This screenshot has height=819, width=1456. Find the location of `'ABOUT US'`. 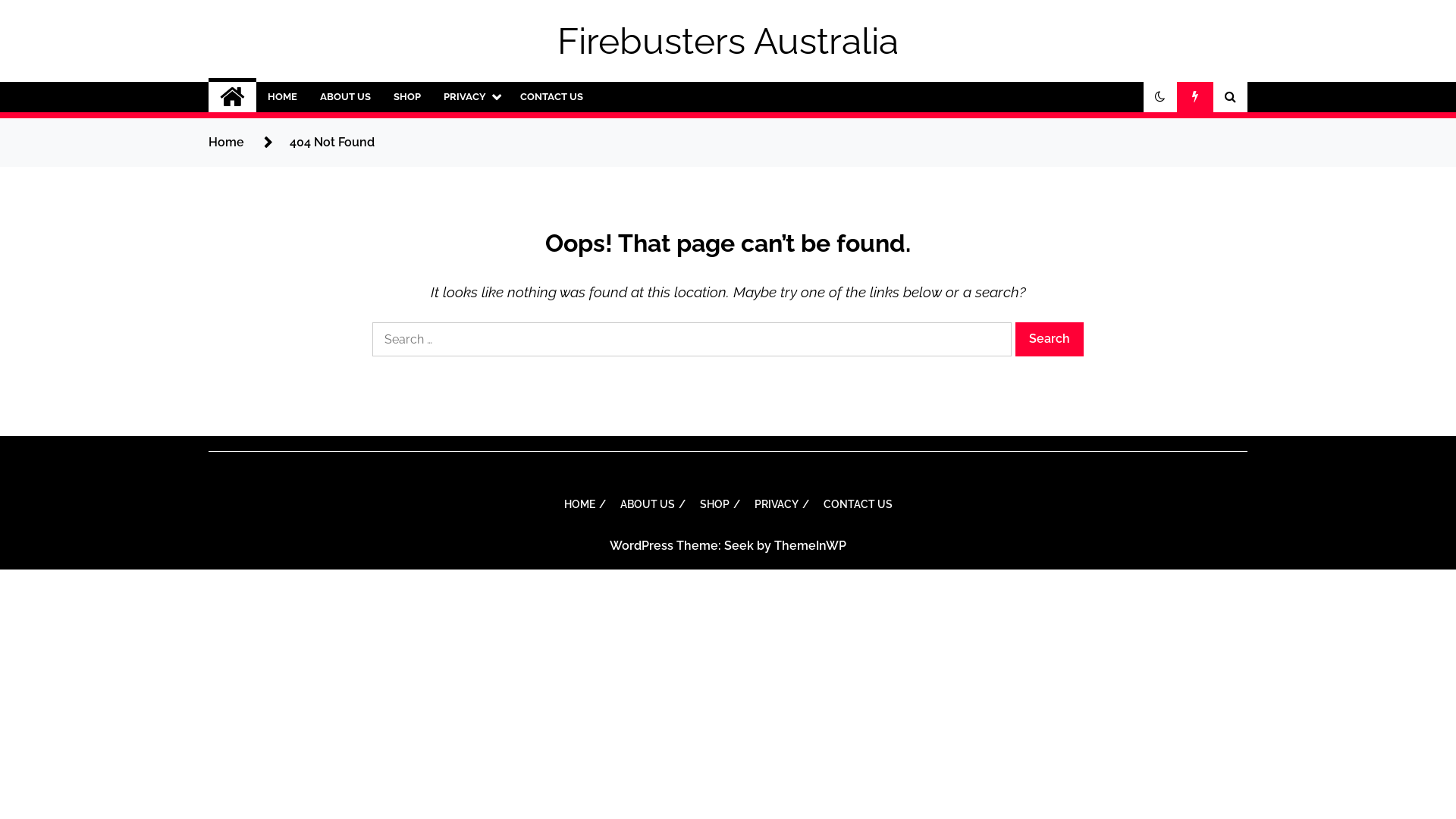

'ABOUT US' is located at coordinates (344, 96).